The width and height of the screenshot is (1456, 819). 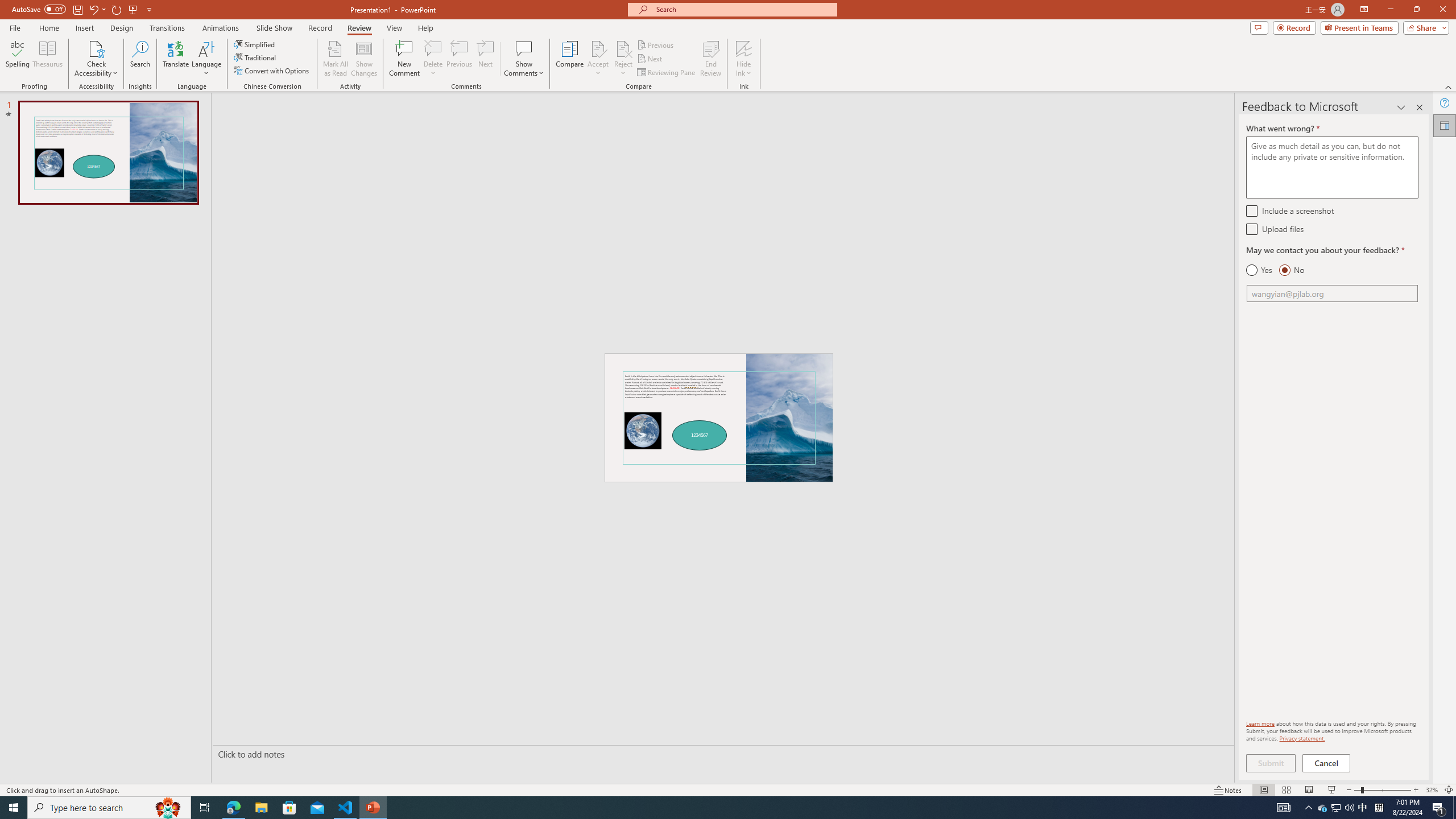 I want to click on 'Check Accessibility', so click(x=95, y=48).